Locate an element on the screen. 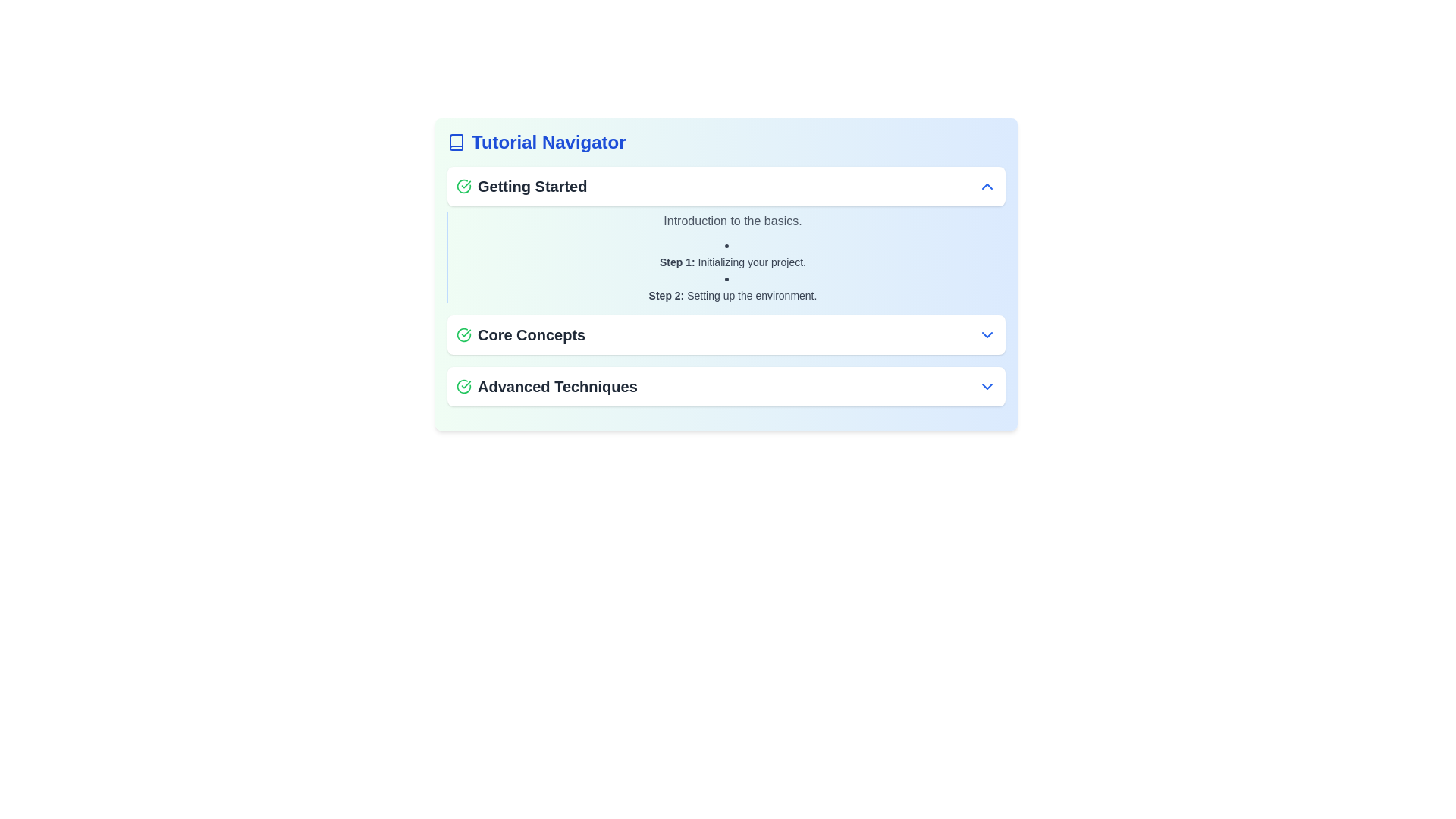  the bullet list containing 'Step 1: Initializing your project' and 'Step 2: Setting up the environment' in the 'Getting Started' section is located at coordinates (733, 268).